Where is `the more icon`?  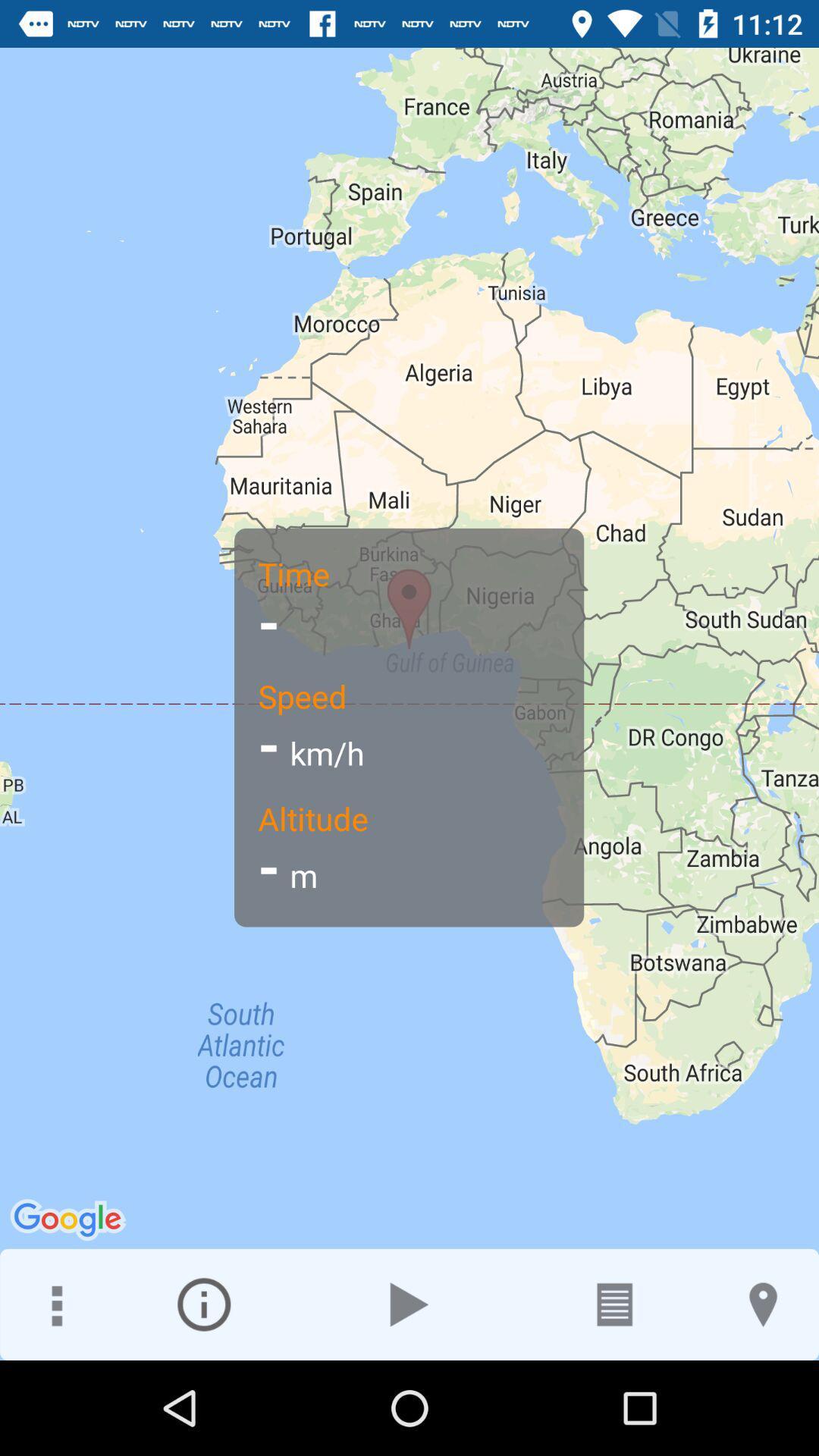
the more icon is located at coordinates (55, 1304).